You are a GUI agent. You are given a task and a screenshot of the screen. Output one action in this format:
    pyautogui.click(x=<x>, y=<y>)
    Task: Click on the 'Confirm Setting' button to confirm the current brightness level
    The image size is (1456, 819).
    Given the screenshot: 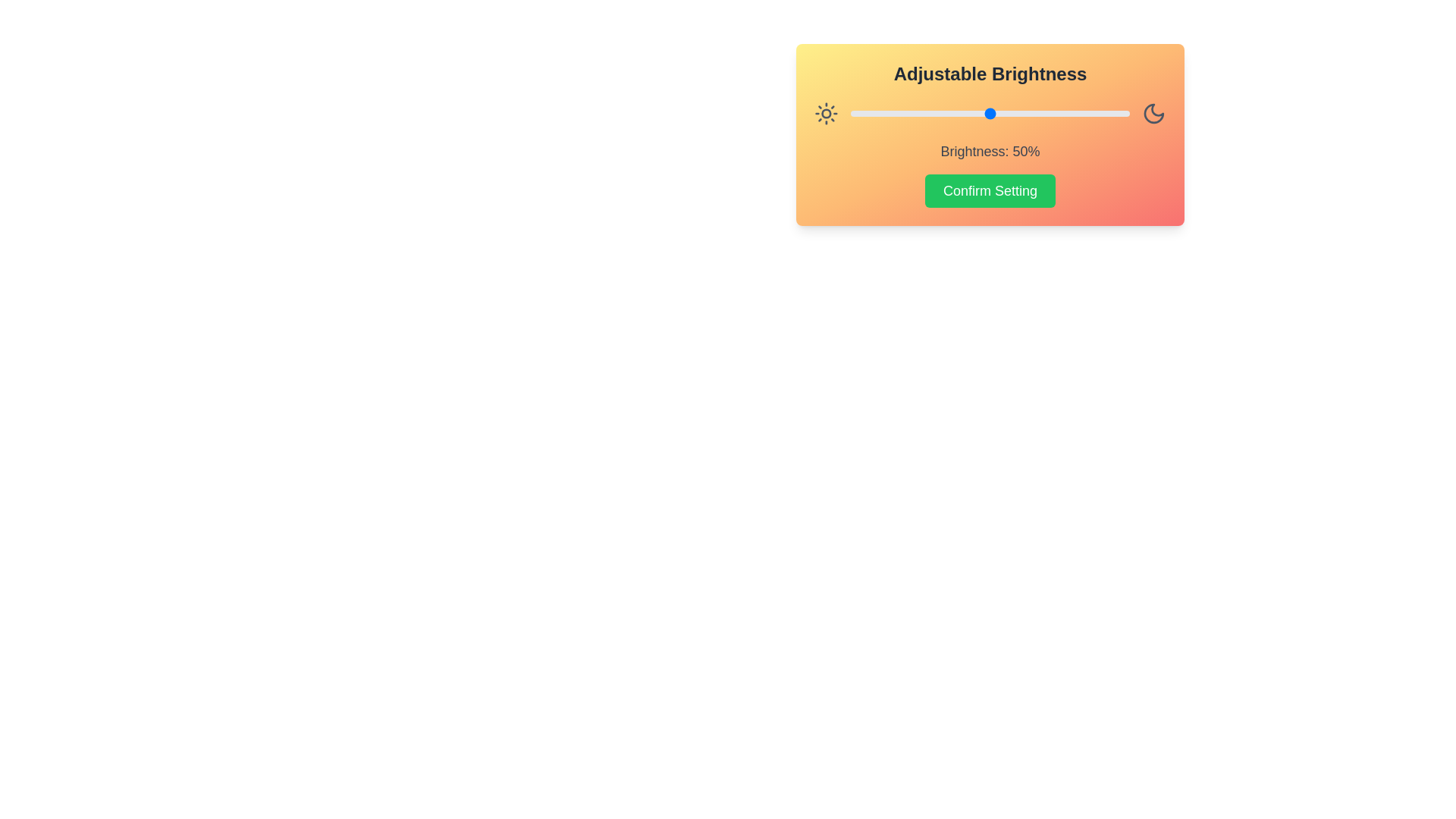 What is the action you would take?
    pyautogui.click(x=990, y=190)
    